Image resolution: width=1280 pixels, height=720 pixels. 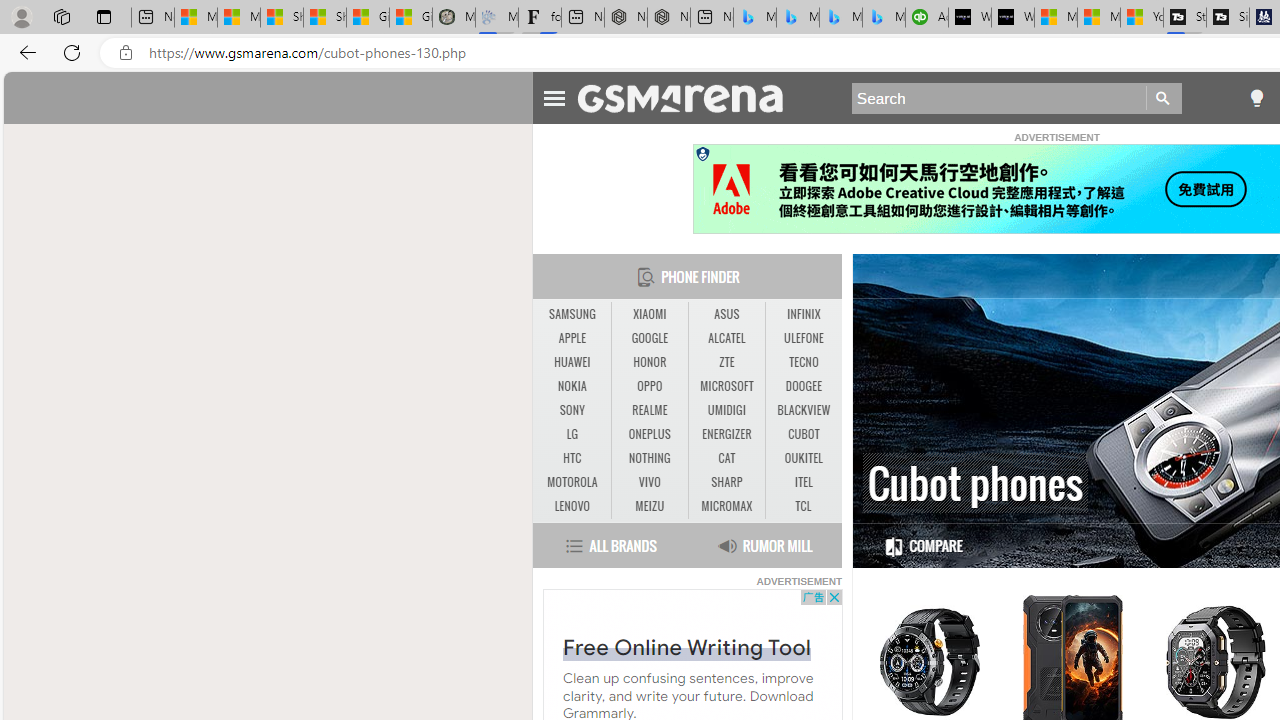 I want to click on 'Manatee Mortality Statistics | FWC', so click(x=452, y=17).